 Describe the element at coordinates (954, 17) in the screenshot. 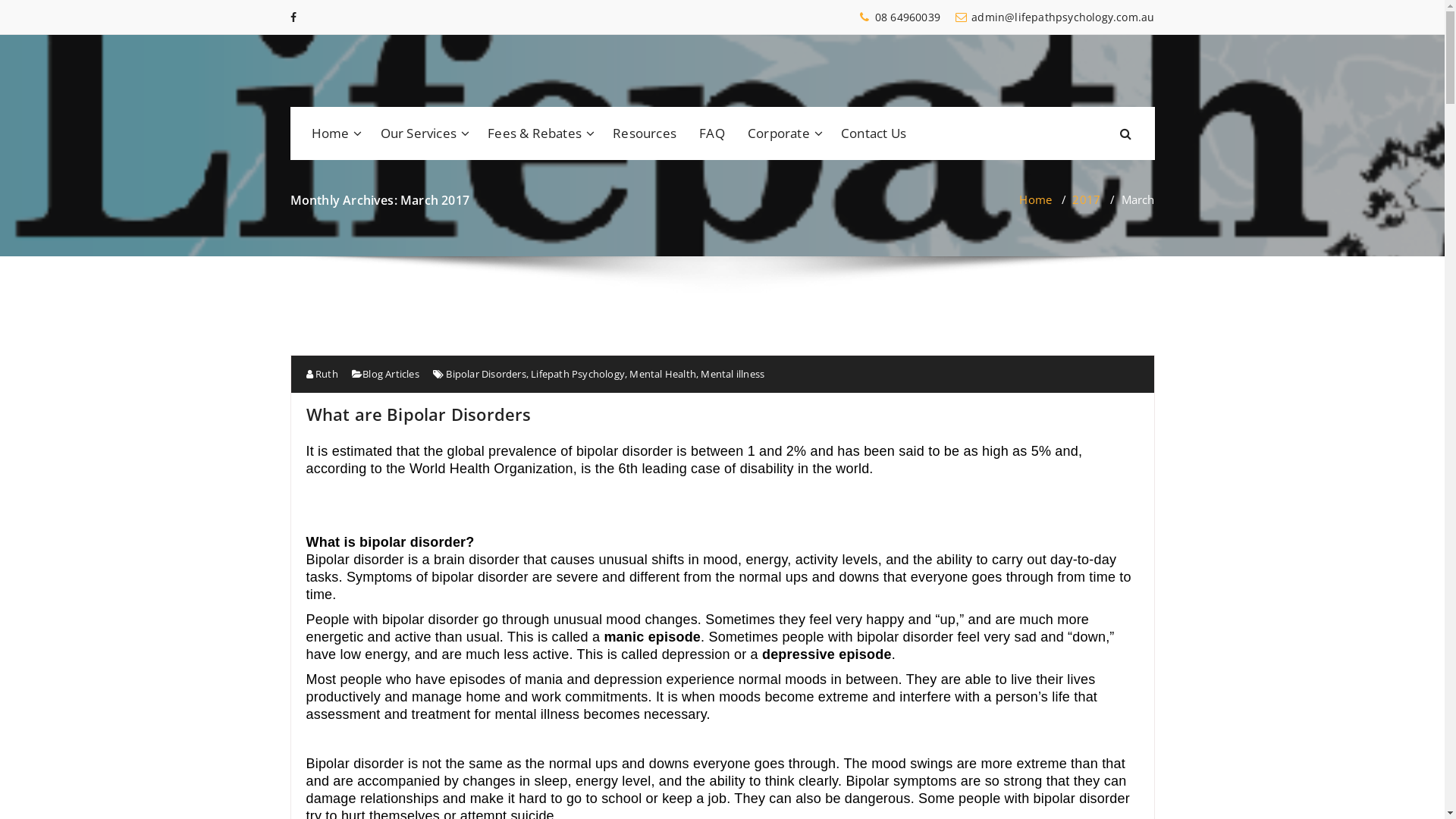

I see `'admin@lifepathpsychology.com.au'` at that location.